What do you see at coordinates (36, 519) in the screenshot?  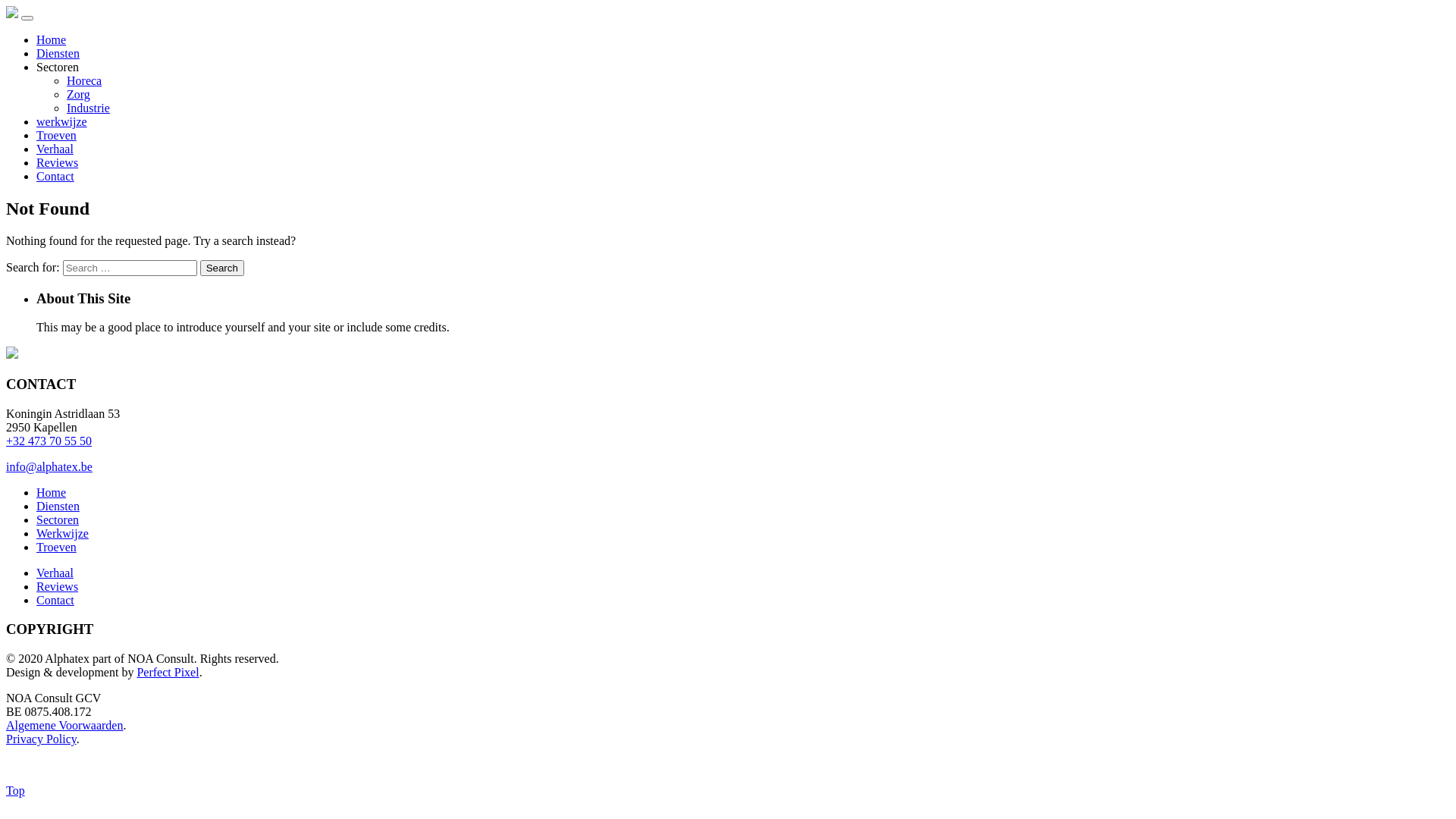 I see `'Sectoren'` at bounding box center [36, 519].